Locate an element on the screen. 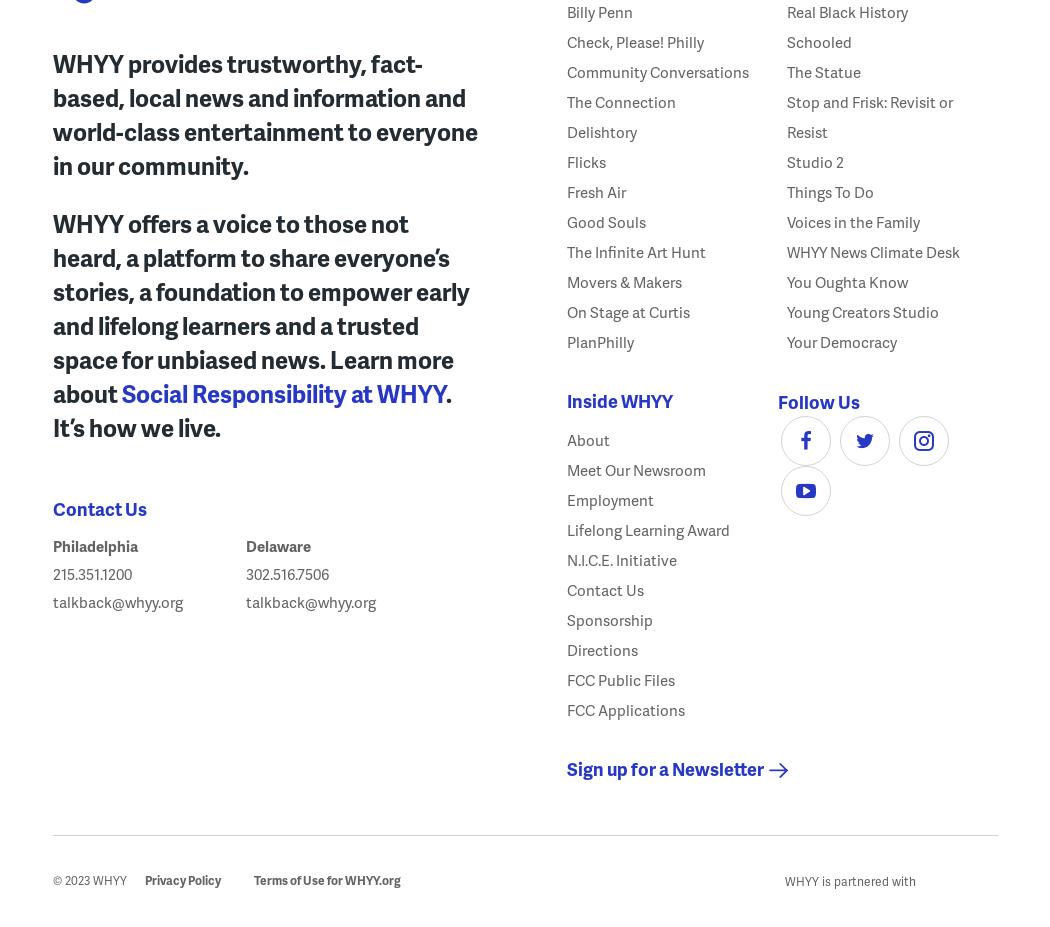 This screenshot has width=1050, height=927. '215.351.1200' is located at coordinates (91, 573).